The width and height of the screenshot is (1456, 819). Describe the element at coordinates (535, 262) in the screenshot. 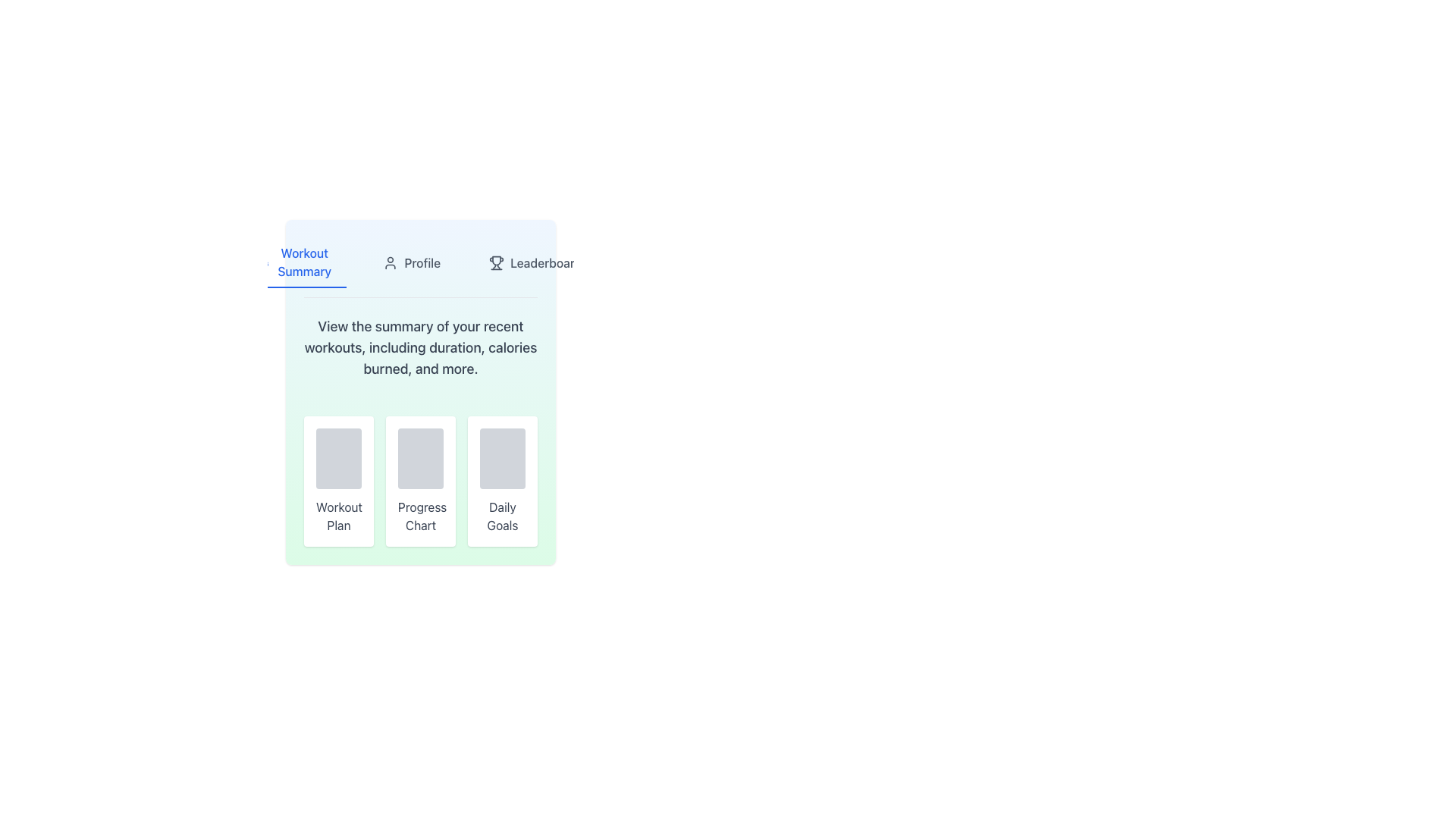

I see `the Navigation Button labeled 'Leaderboard' in the horizontal menu` at that location.